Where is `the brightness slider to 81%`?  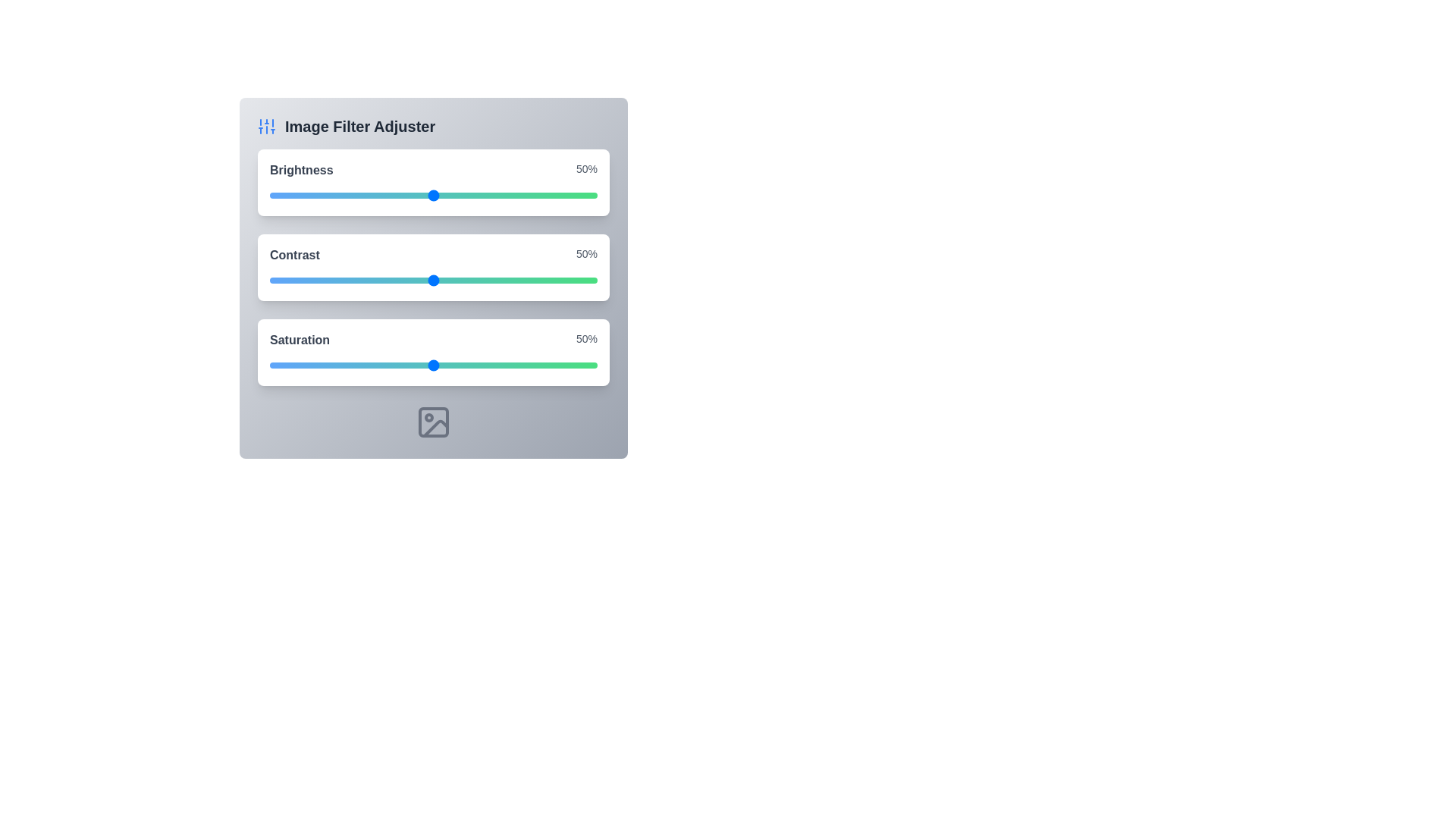
the brightness slider to 81% is located at coordinates (535, 195).